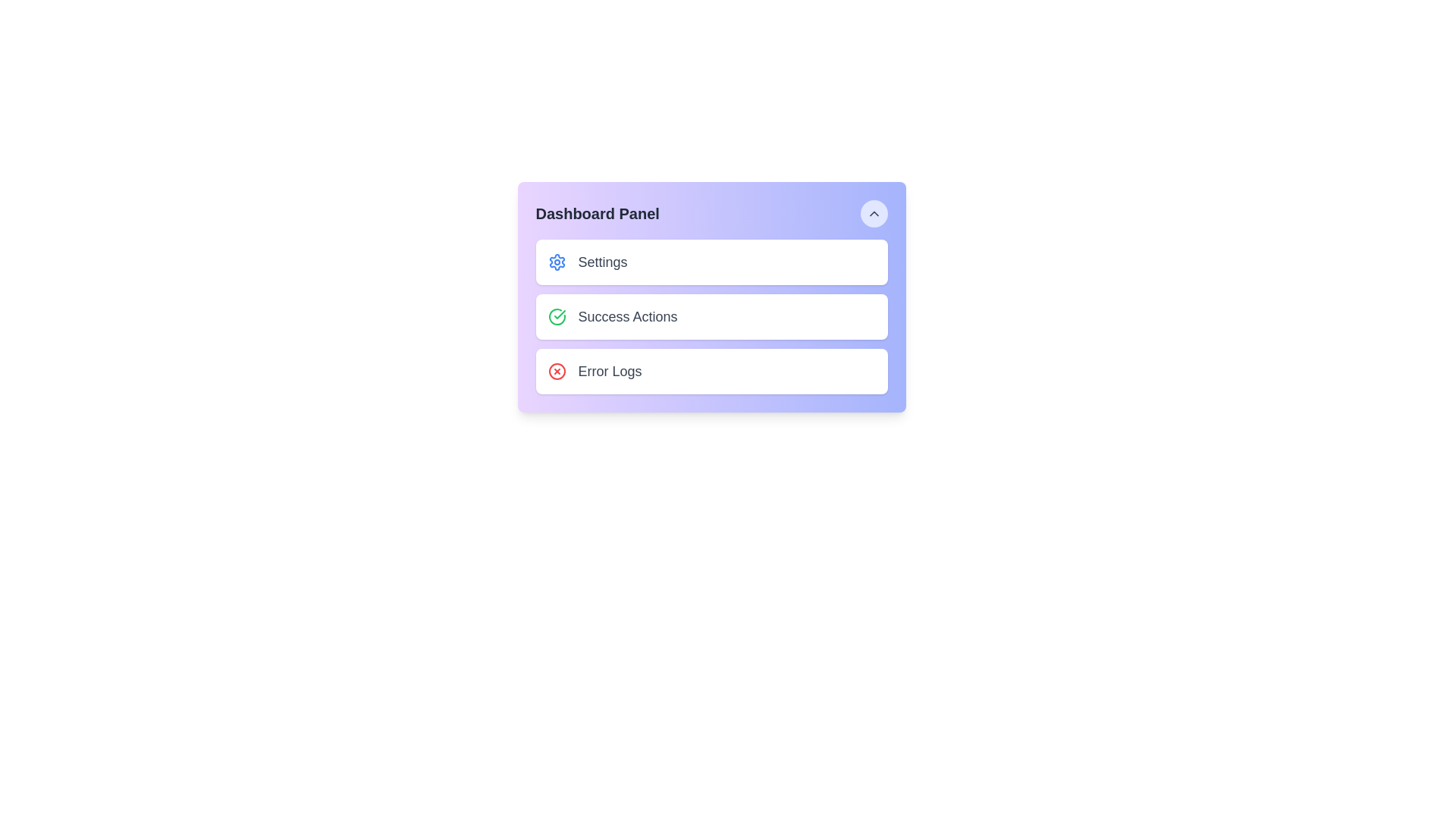  Describe the element at coordinates (602, 262) in the screenshot. I see `the 'Settings' text label component, which describes a configuration feature and is positioned to the right of a gear icon within a rectangular card in the 'Dashboard Panel'` at that location.